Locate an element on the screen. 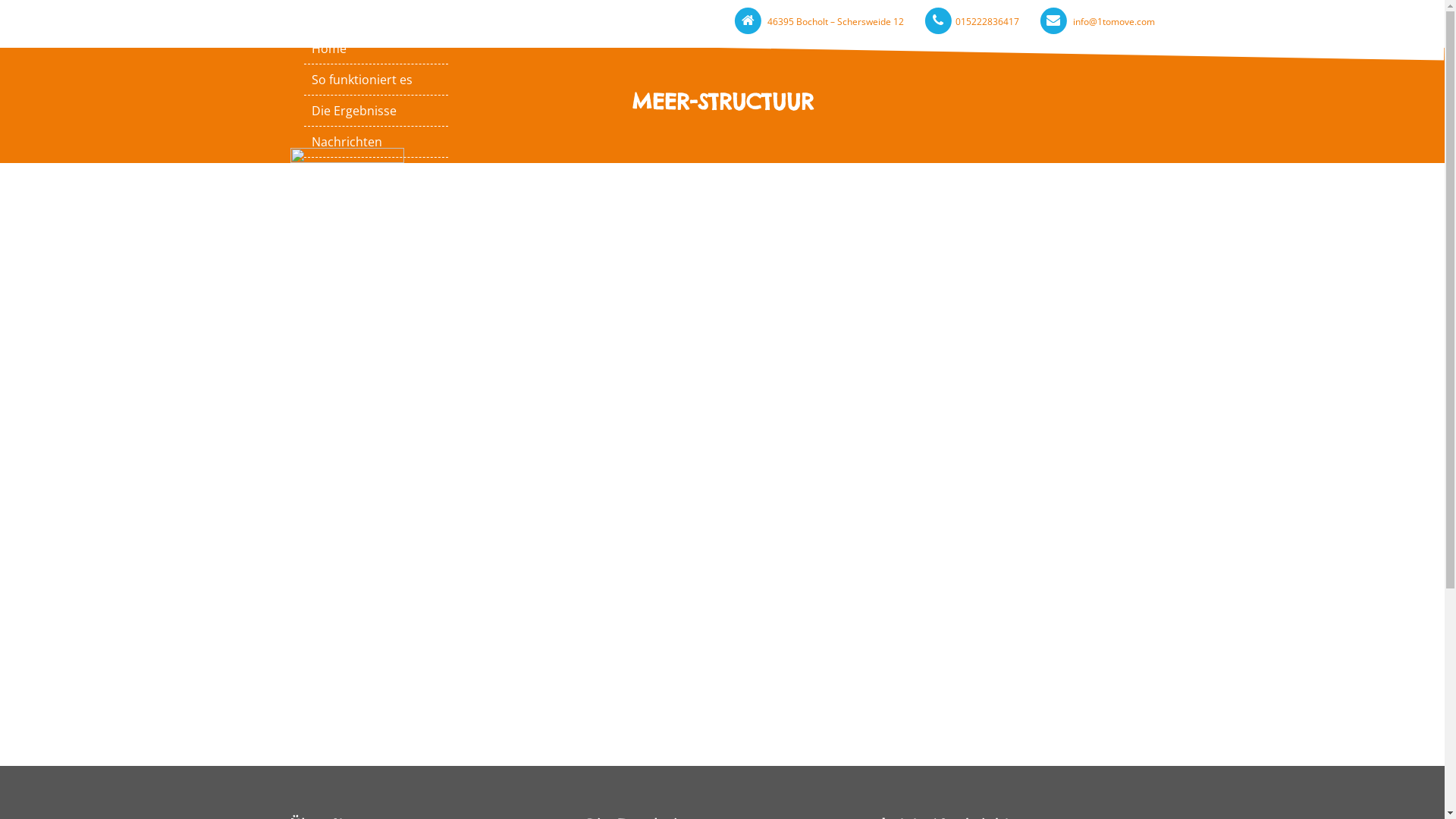  'Nachrichten' is located at coordinates (375, 141).